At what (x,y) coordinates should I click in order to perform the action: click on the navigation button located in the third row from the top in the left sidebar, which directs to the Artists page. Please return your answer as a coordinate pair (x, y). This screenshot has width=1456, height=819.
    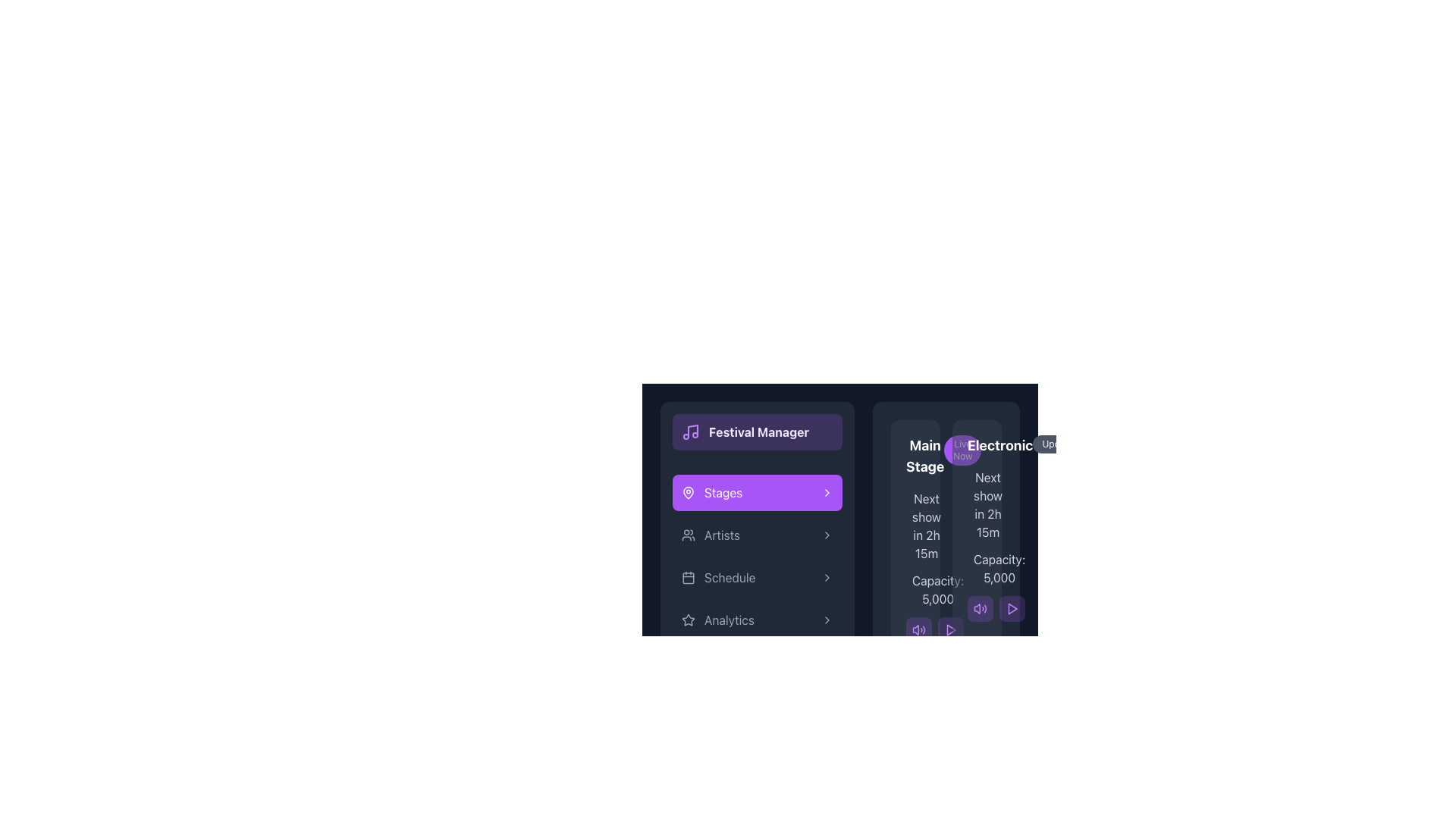
    Looking at the image, I should click on (757, 534).